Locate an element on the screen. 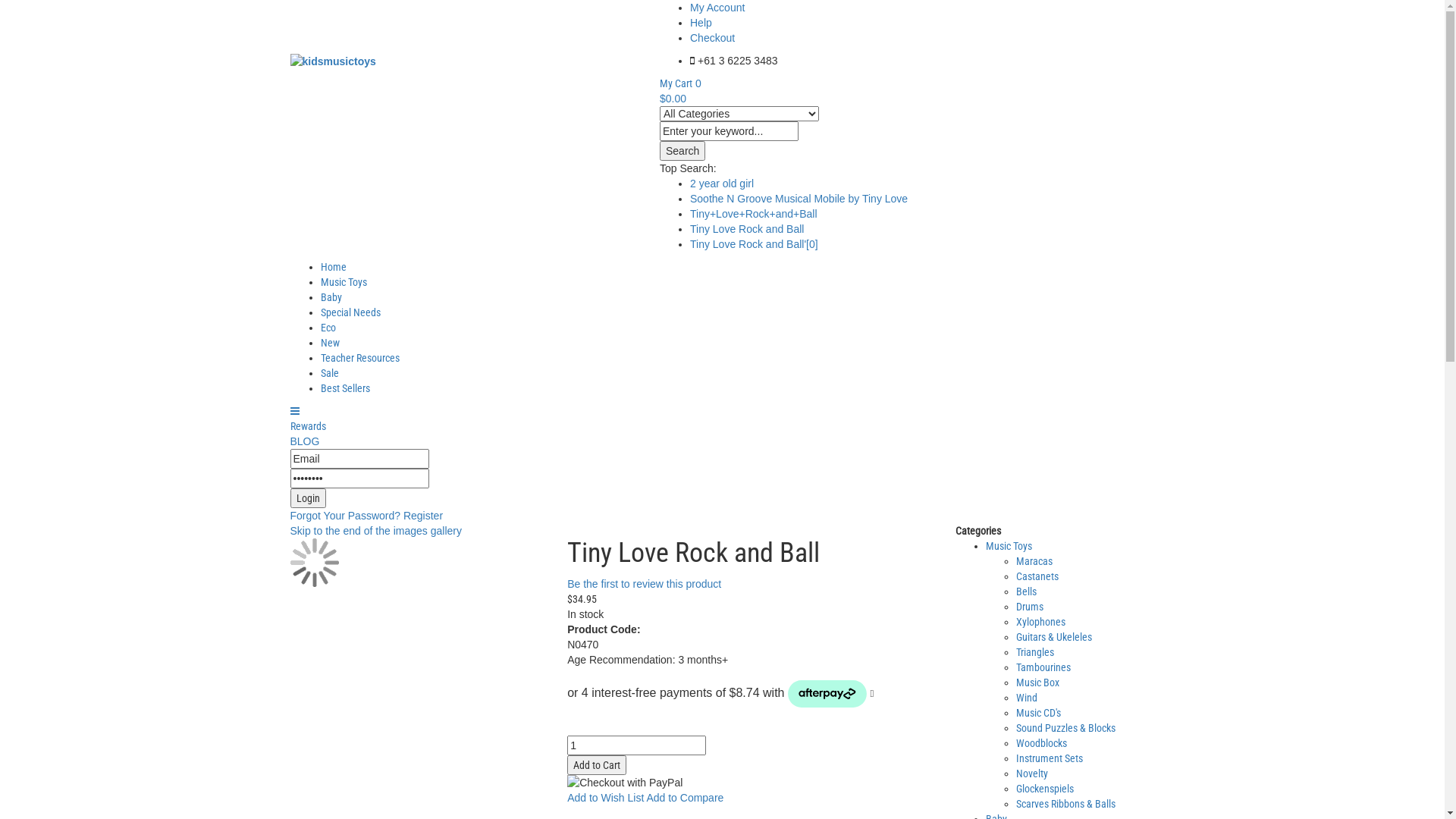  'Music Toys' is located at coordinates (342, 281).